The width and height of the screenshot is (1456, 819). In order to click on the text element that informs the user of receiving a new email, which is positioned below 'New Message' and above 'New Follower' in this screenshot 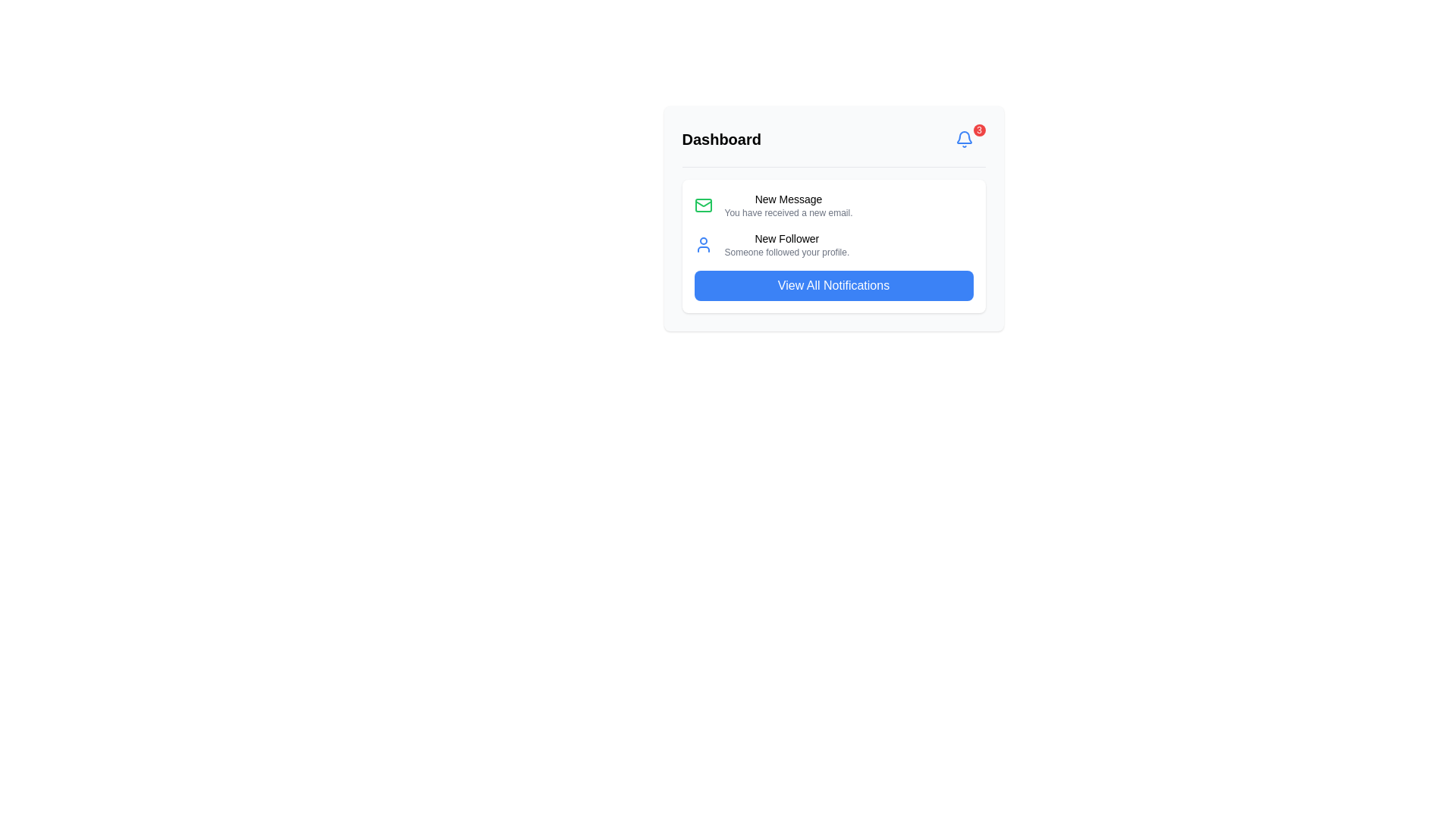, I will do `click(789, 213)`.